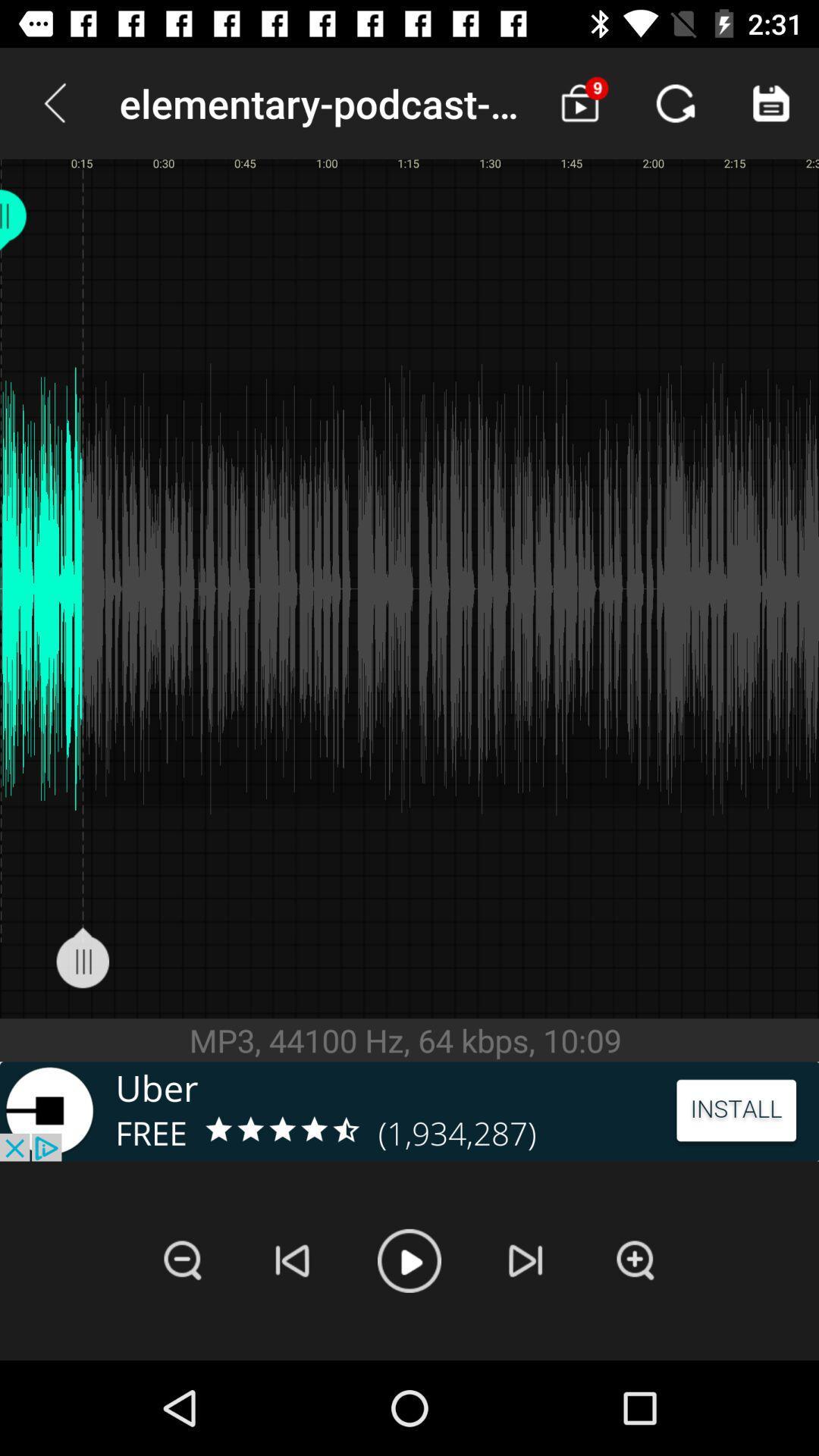  What do you see at coordinates (635, 1260) in the screenshot?
I see `the add icon` at bounding box center [635, 1260].